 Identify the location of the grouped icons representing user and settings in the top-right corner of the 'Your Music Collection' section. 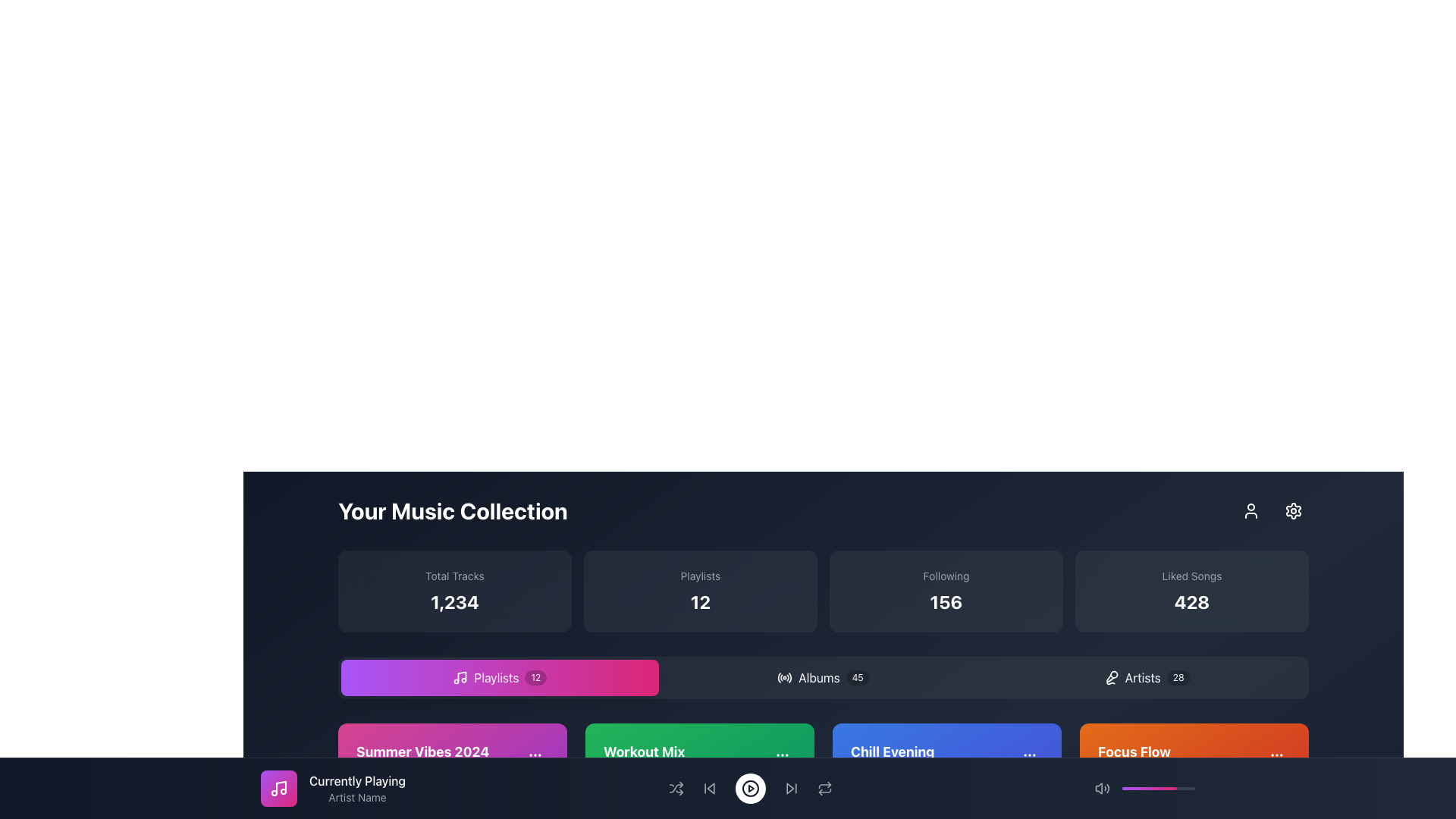
(1272, 511).